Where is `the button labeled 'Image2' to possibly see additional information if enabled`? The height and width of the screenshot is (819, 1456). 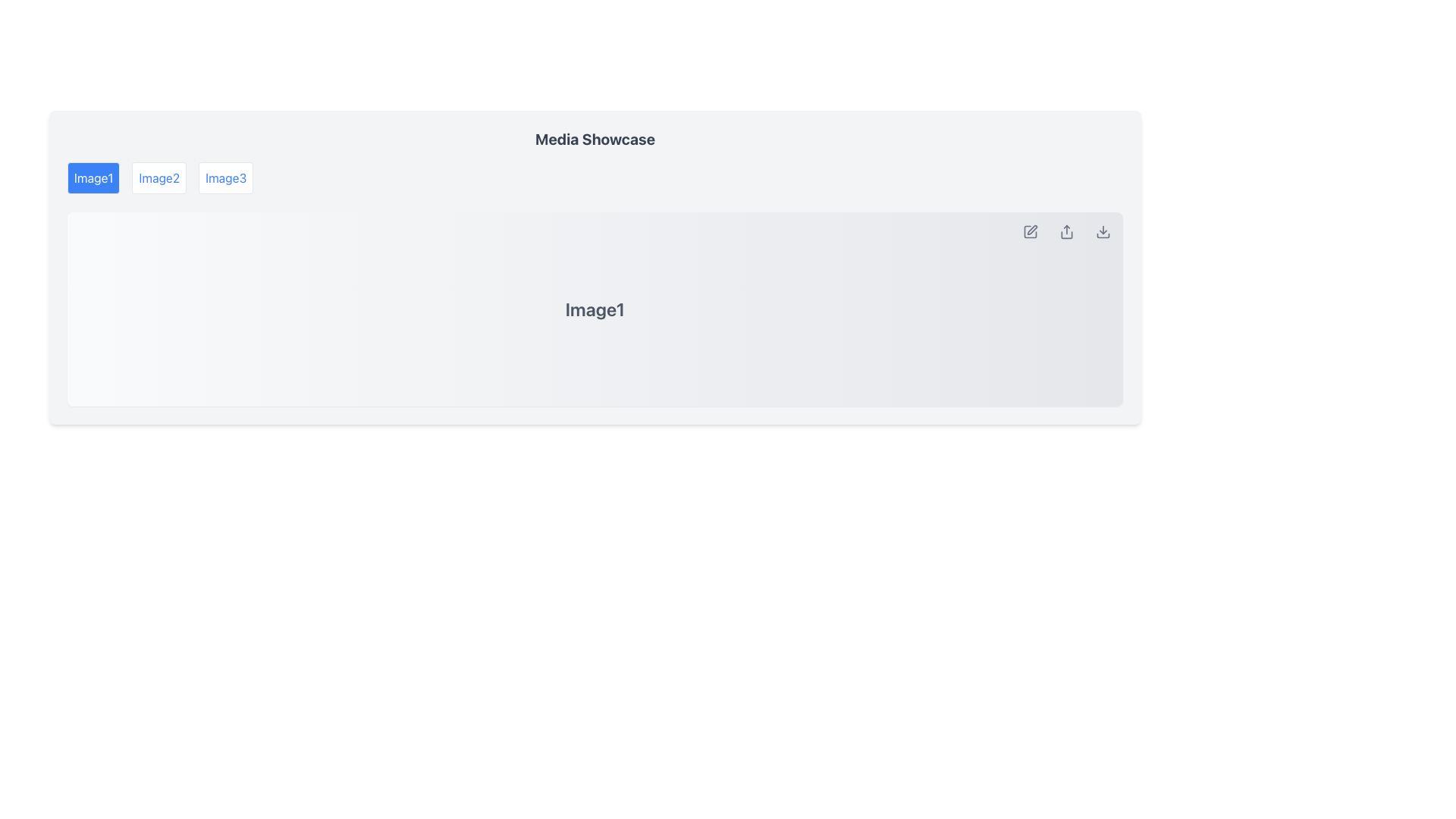
the button labeled 'Image2' to possibly see additional information if enabled is located at coordinates (159, 177).